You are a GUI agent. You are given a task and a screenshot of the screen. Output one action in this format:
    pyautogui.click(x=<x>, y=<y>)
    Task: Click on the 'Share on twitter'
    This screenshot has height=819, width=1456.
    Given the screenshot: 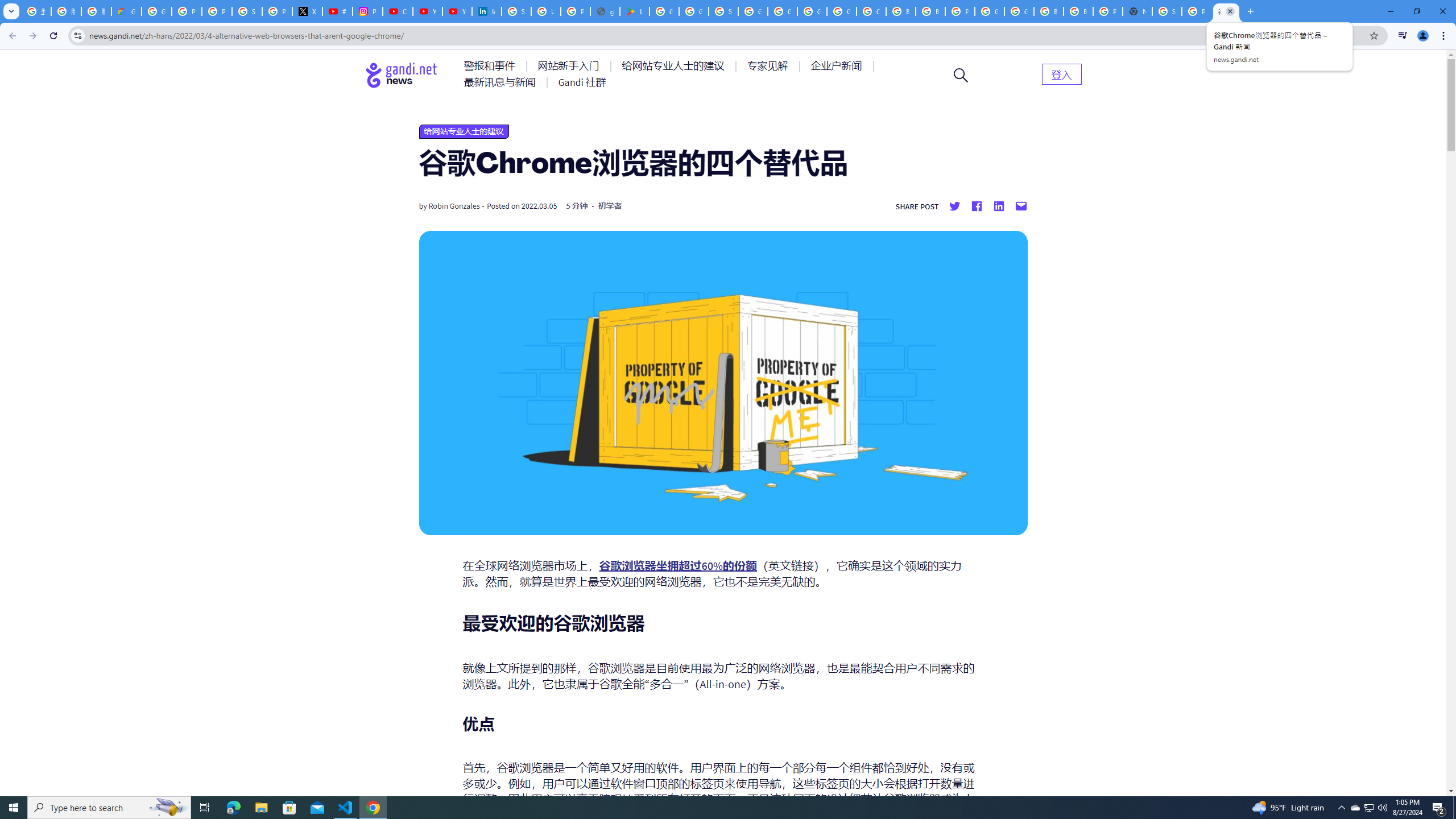 What is the action you would take?
    pyautogui.click(x=954, y=205)
    